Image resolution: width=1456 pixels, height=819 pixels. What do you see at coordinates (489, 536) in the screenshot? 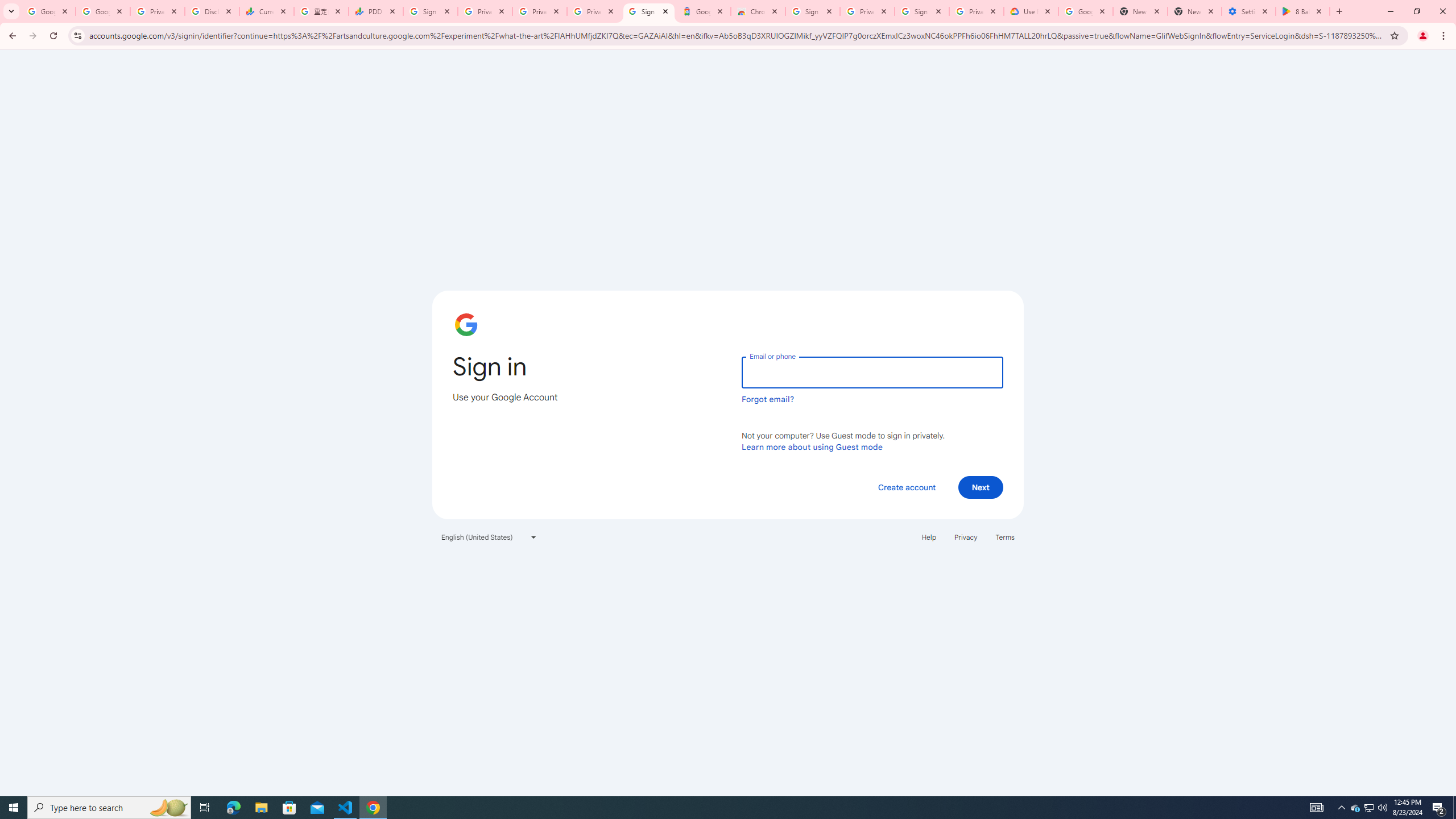
I see `'English (United States)'` at bounding box center [489, 536].